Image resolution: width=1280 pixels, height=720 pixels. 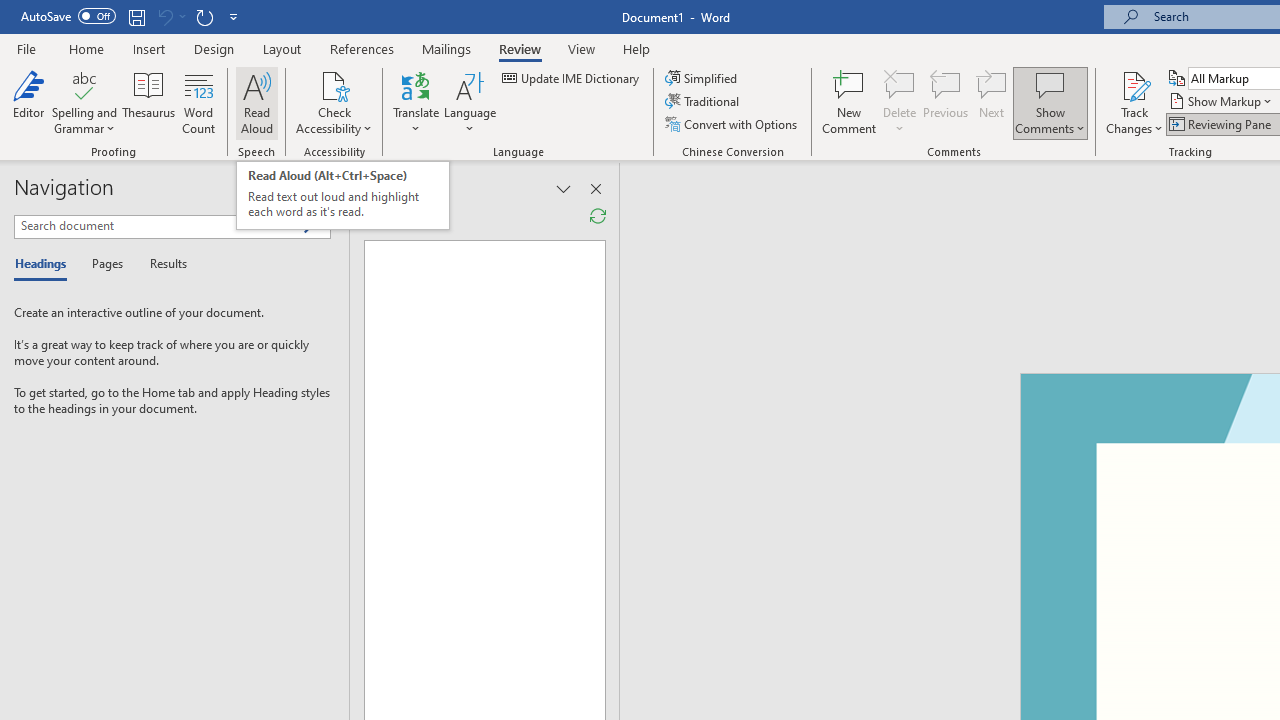 I want to click on 'Thesaurus...', so click(x=148, y=103).